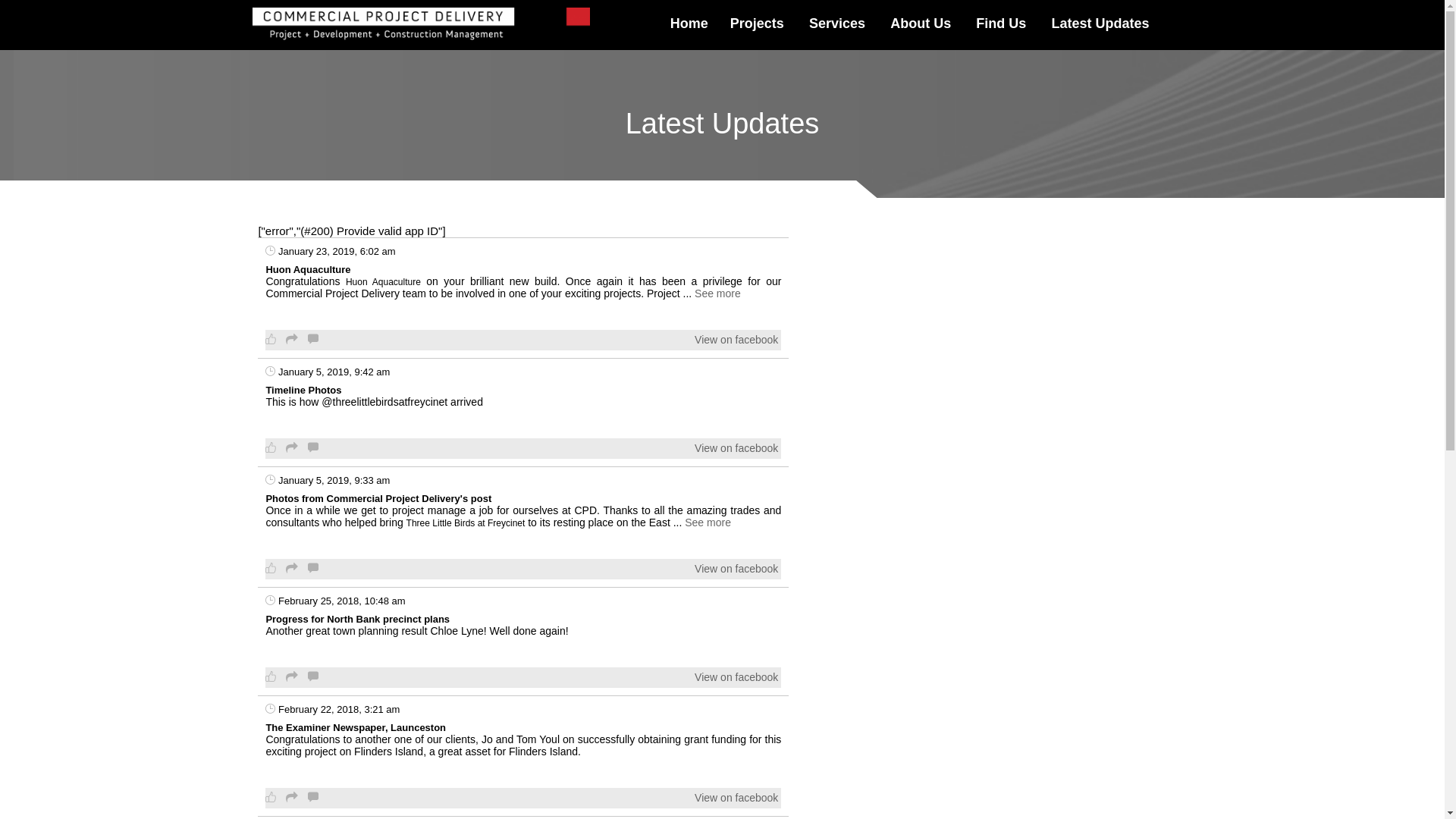  I want to click on 'Photos from Commercial Project Delivery's post', so click(378, 498).